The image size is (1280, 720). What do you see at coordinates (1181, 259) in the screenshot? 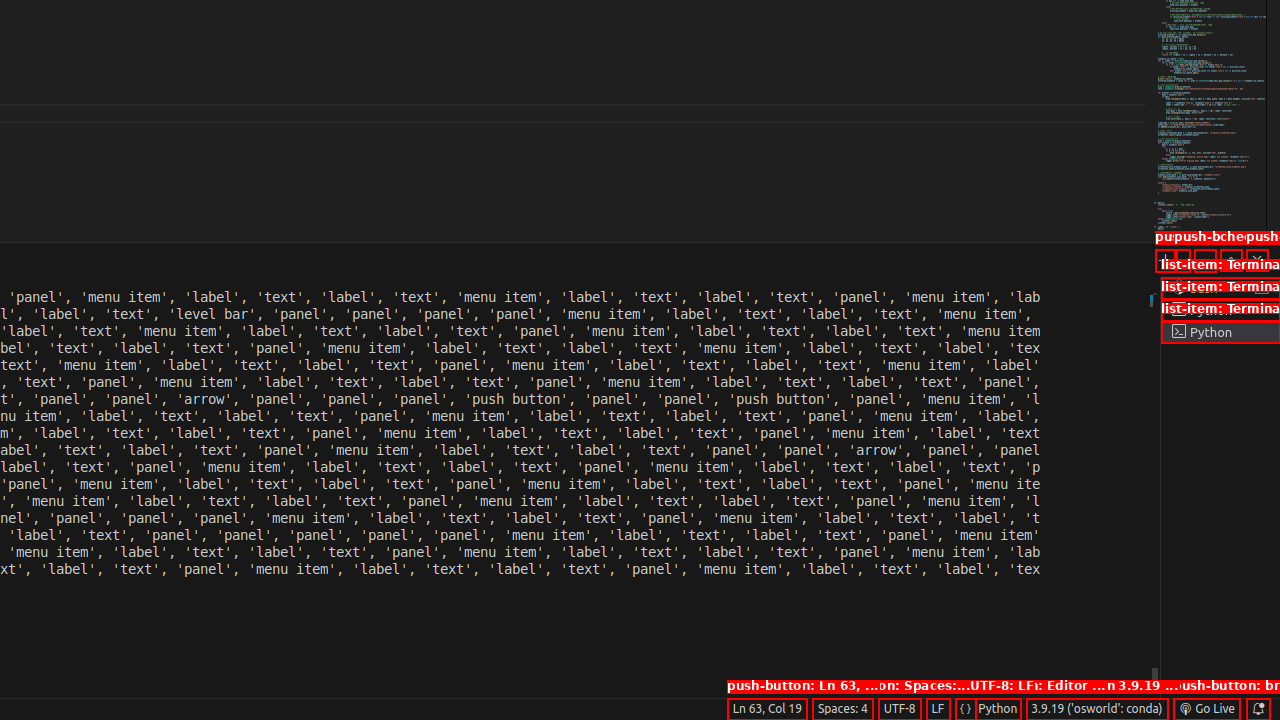
I see `'Launch Profile...'` at bounding box center [1181, 259].